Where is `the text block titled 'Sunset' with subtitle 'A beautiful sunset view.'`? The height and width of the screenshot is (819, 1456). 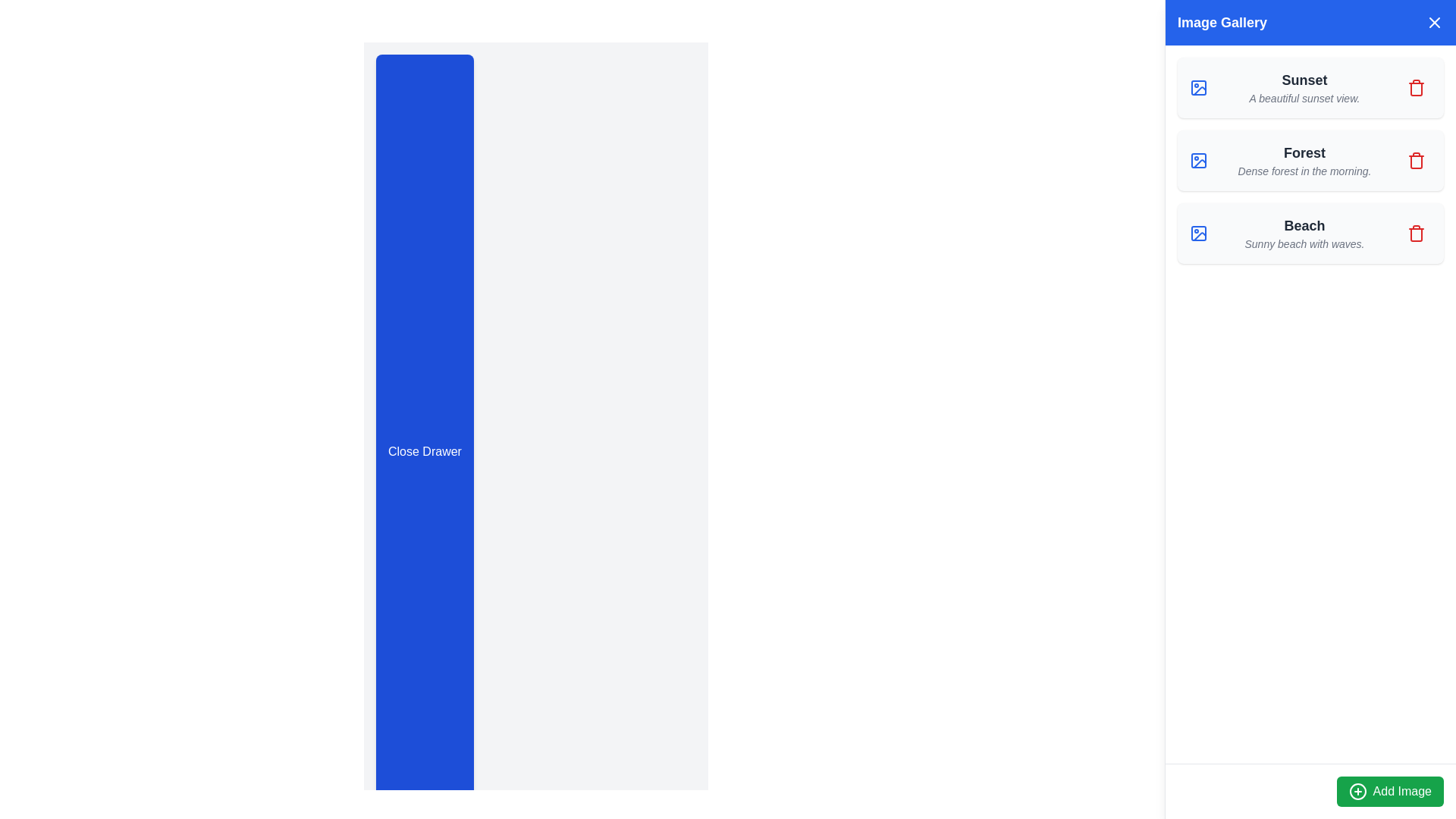 the text block titled 'Sunset' with subtitle 'A beautiful sunset view.' is located at coordinates (1304, 87).